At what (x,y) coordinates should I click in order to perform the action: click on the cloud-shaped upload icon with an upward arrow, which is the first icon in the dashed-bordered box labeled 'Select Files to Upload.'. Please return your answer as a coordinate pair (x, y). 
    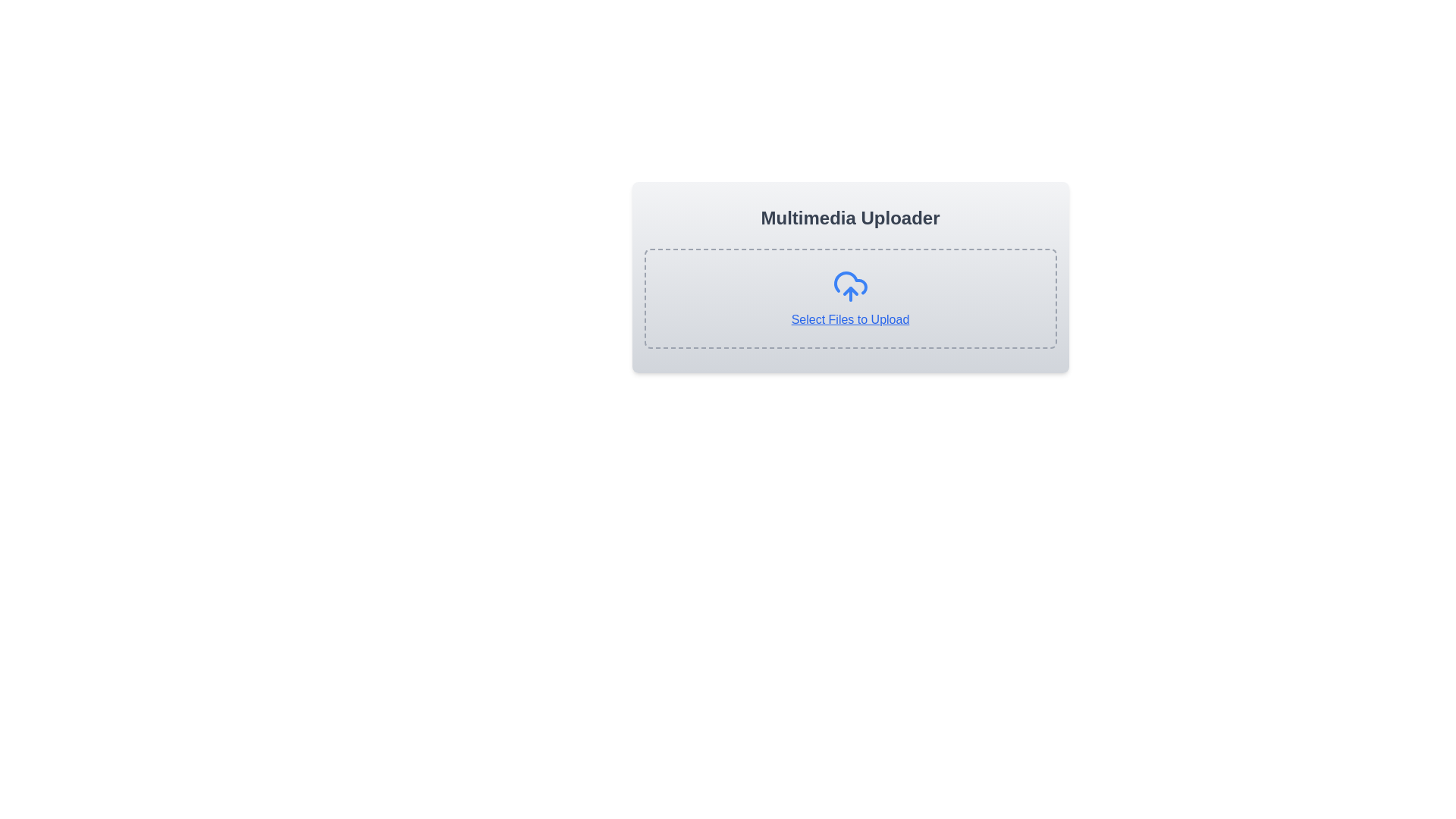
    Looking at the image, I should click on (850, 287).